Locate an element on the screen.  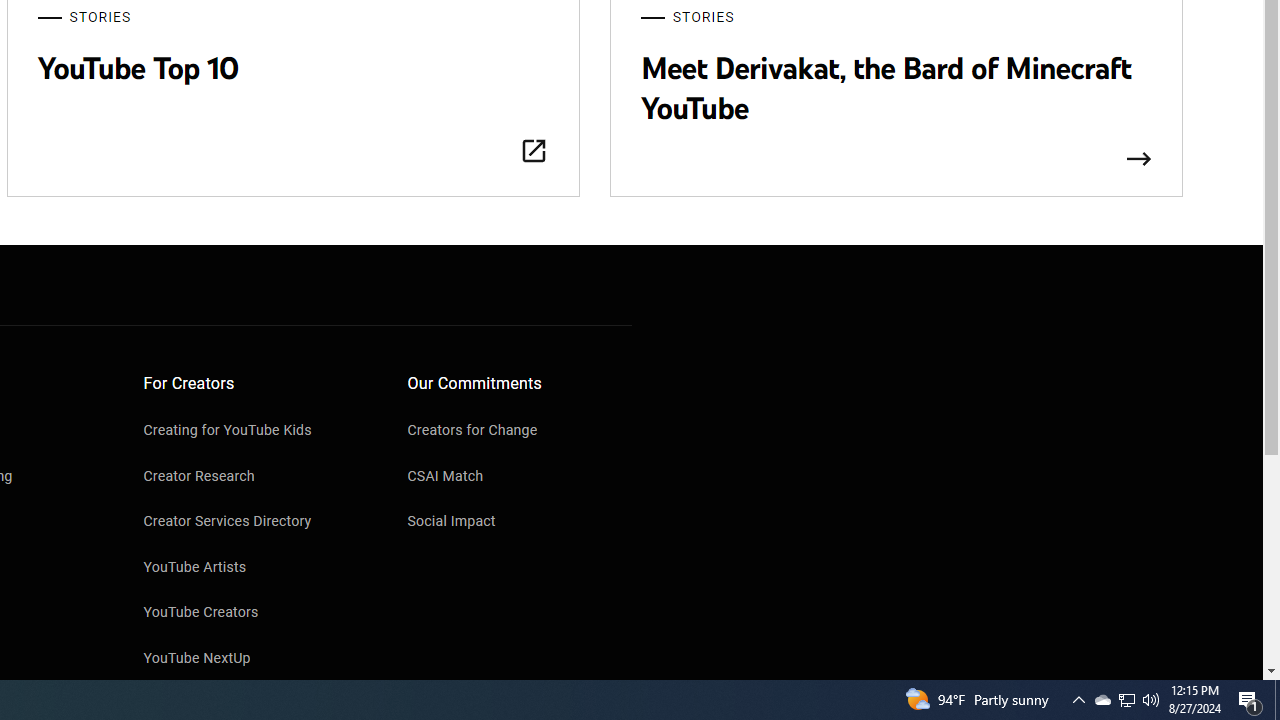
'Social Impact' is located at coordinates (519, 522).